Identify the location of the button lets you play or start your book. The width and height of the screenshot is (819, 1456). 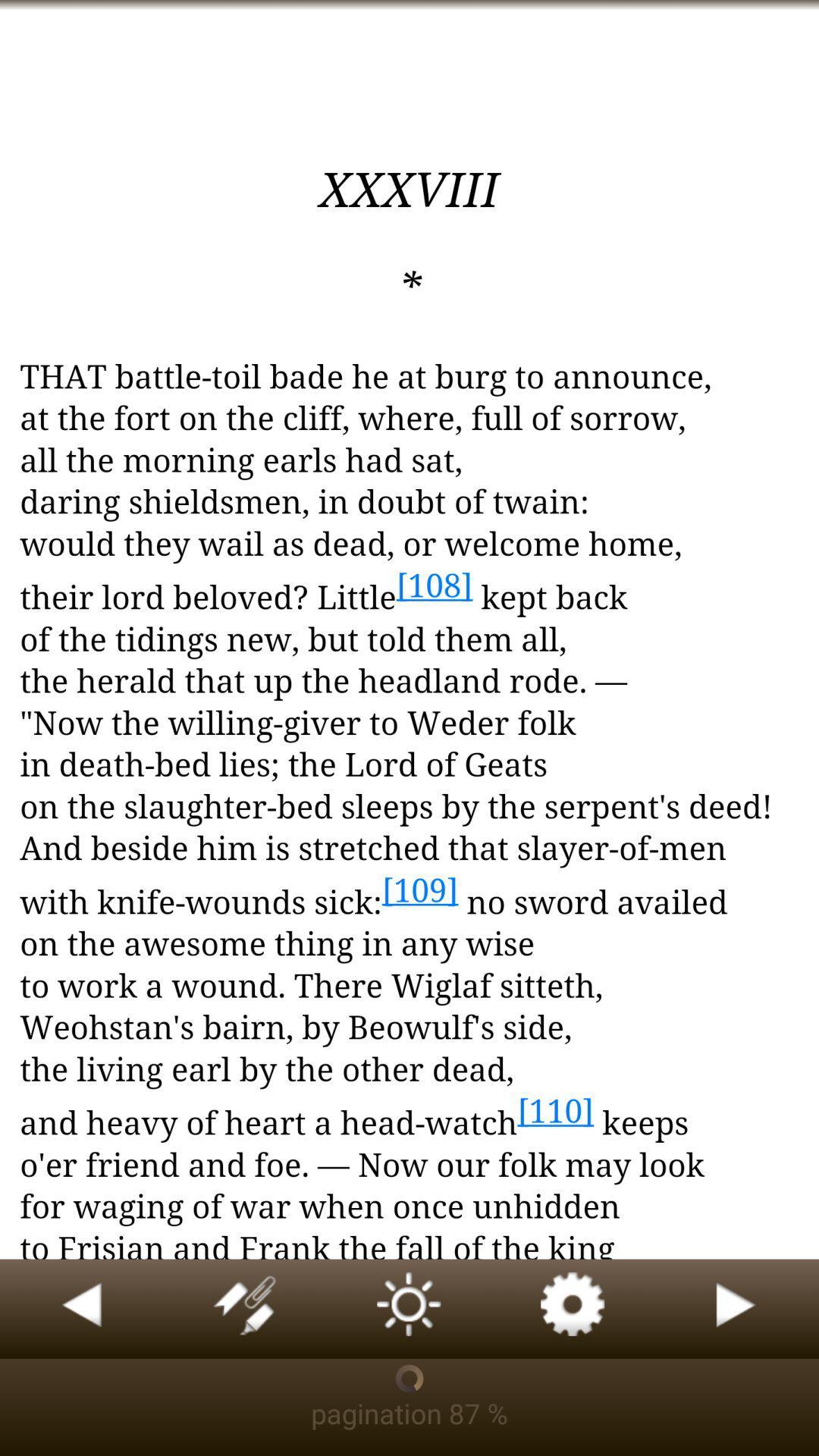
(736, 1308).